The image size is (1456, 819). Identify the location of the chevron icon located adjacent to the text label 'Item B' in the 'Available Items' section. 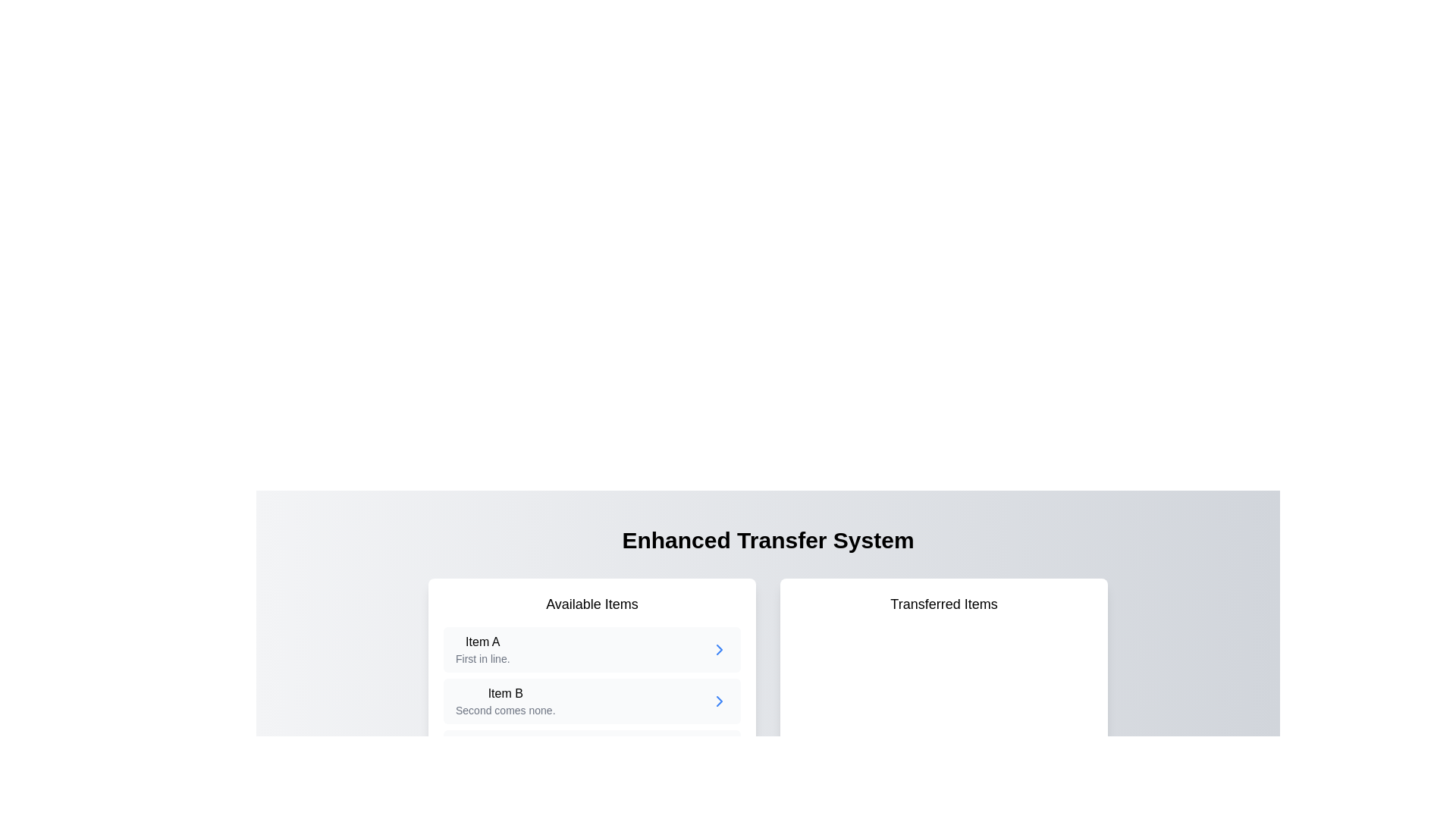
(719, 648).